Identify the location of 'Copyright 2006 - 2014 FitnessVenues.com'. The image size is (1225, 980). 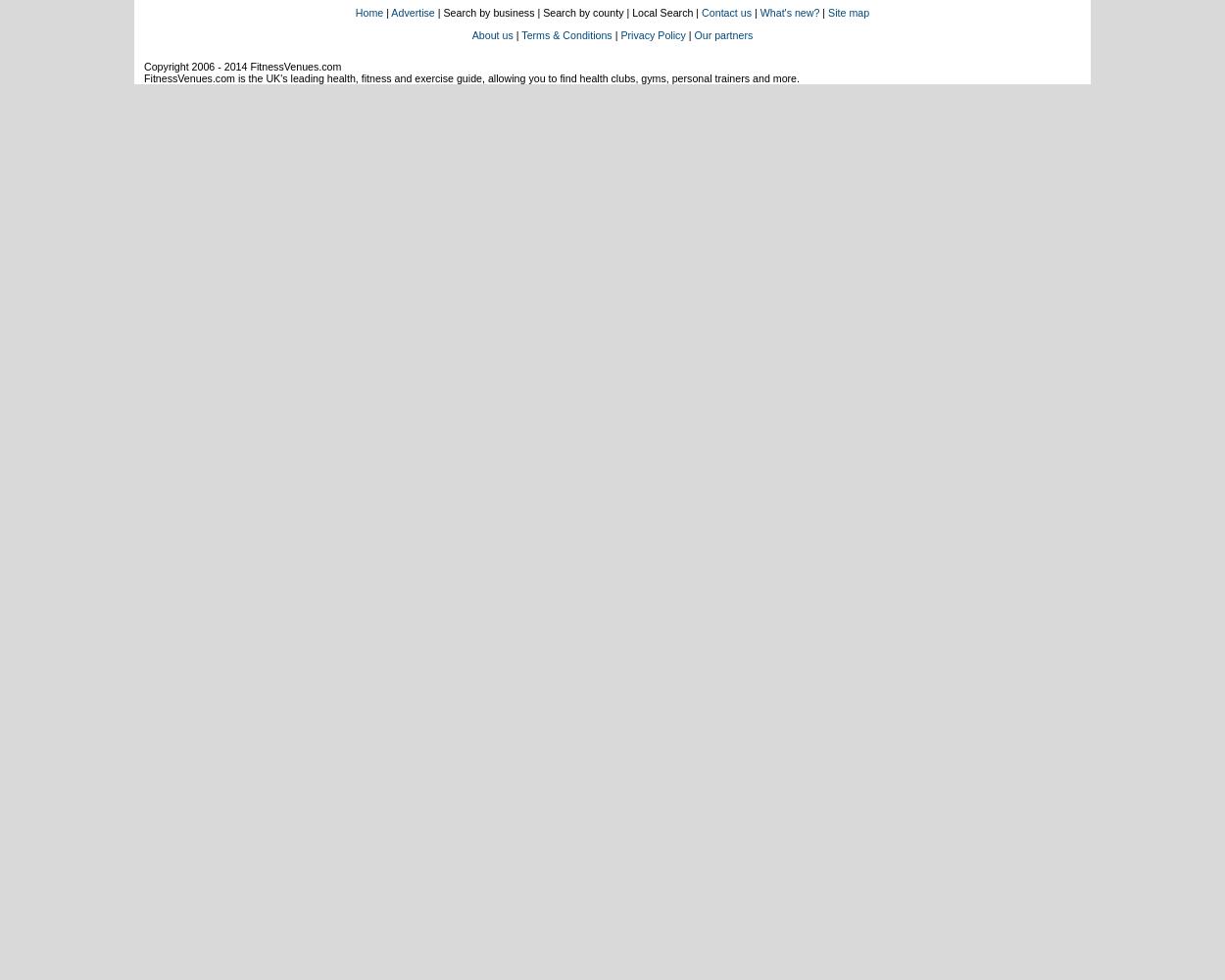
(241, 66).